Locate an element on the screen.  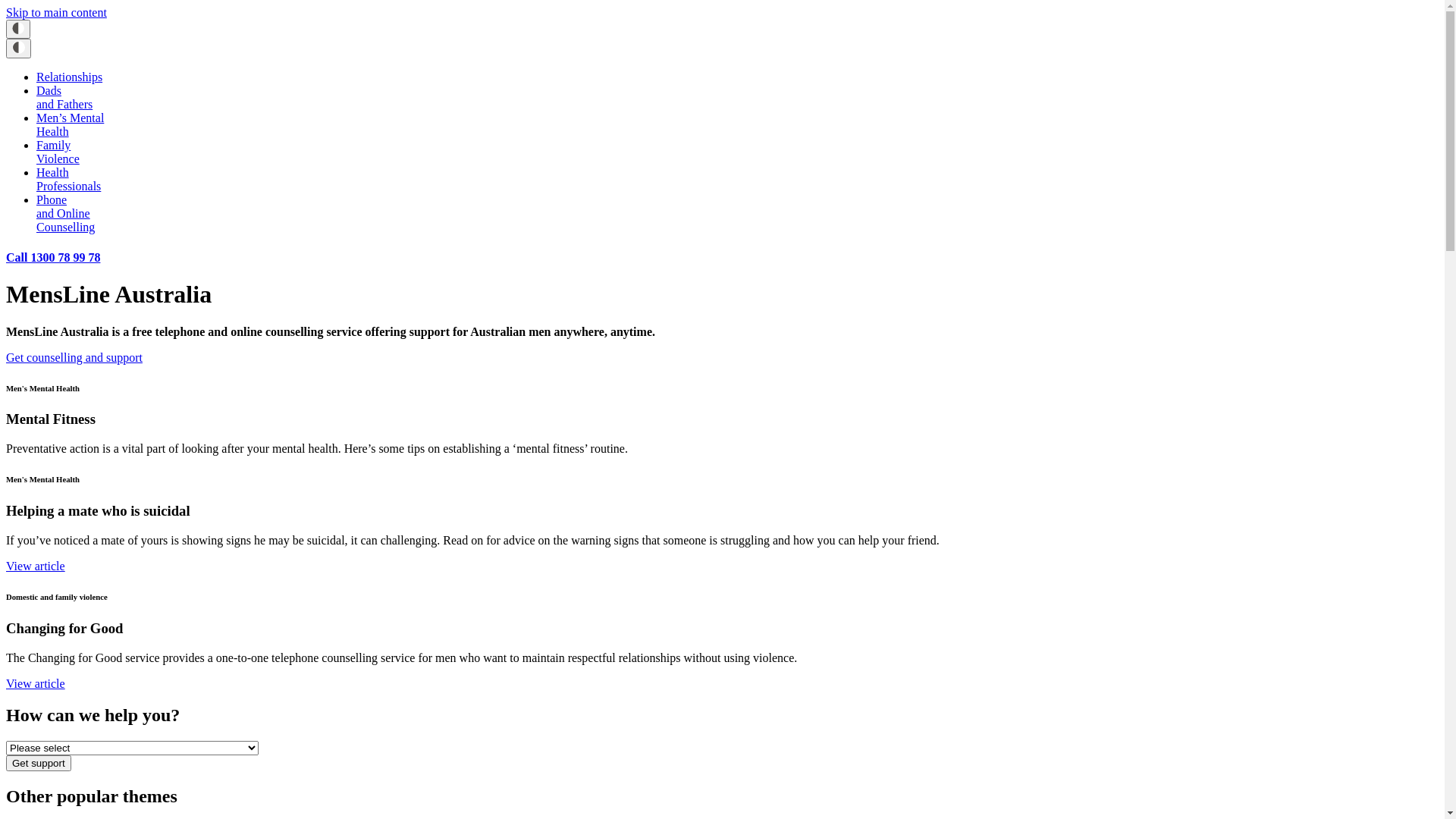
'Get counselling and support' is located at coordinates (73, 357).